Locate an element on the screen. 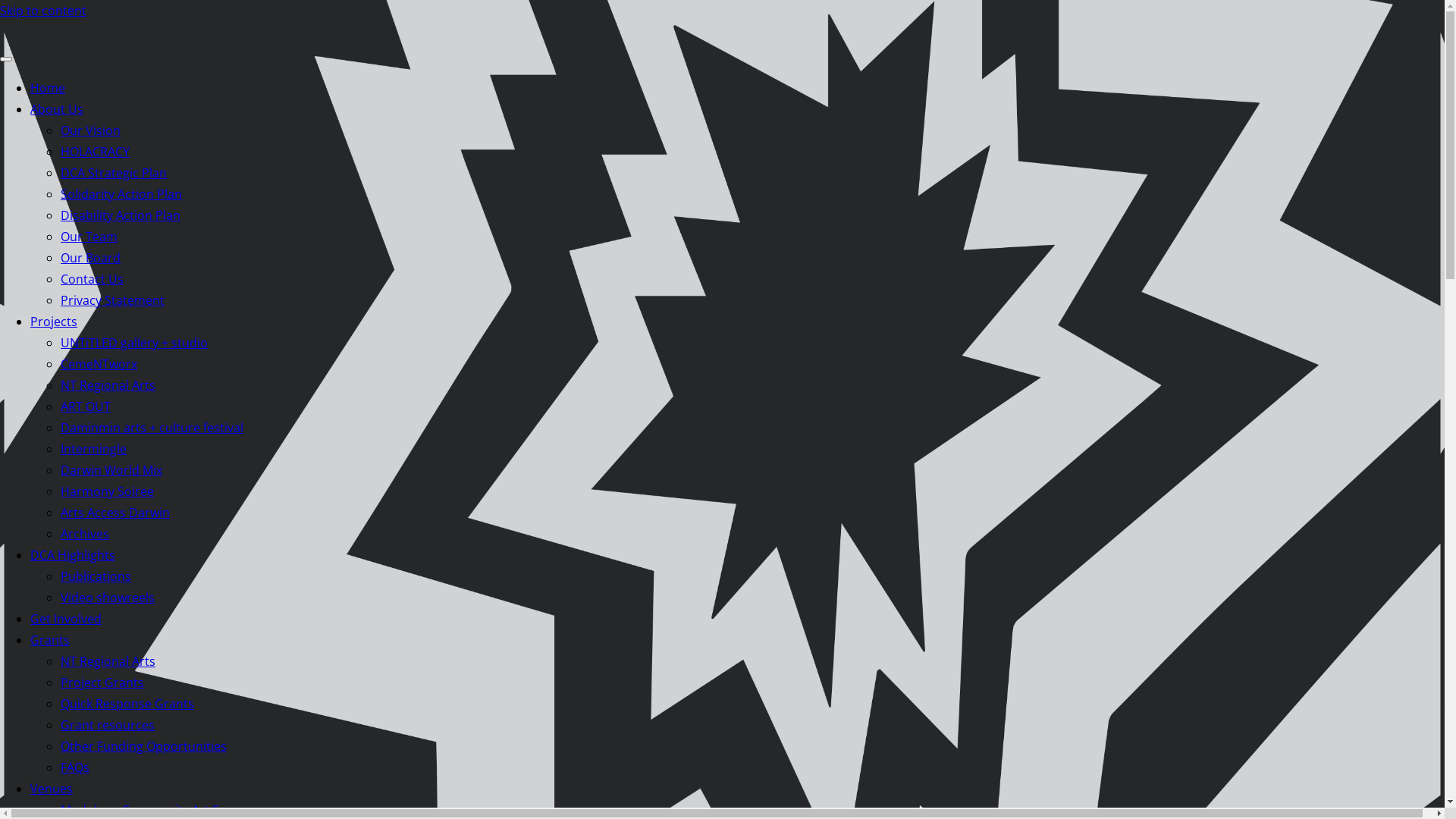 The height and width of the screenshot is (819, 1456). 'DCA Strategic Plan' is located at coordinates (112, 171).